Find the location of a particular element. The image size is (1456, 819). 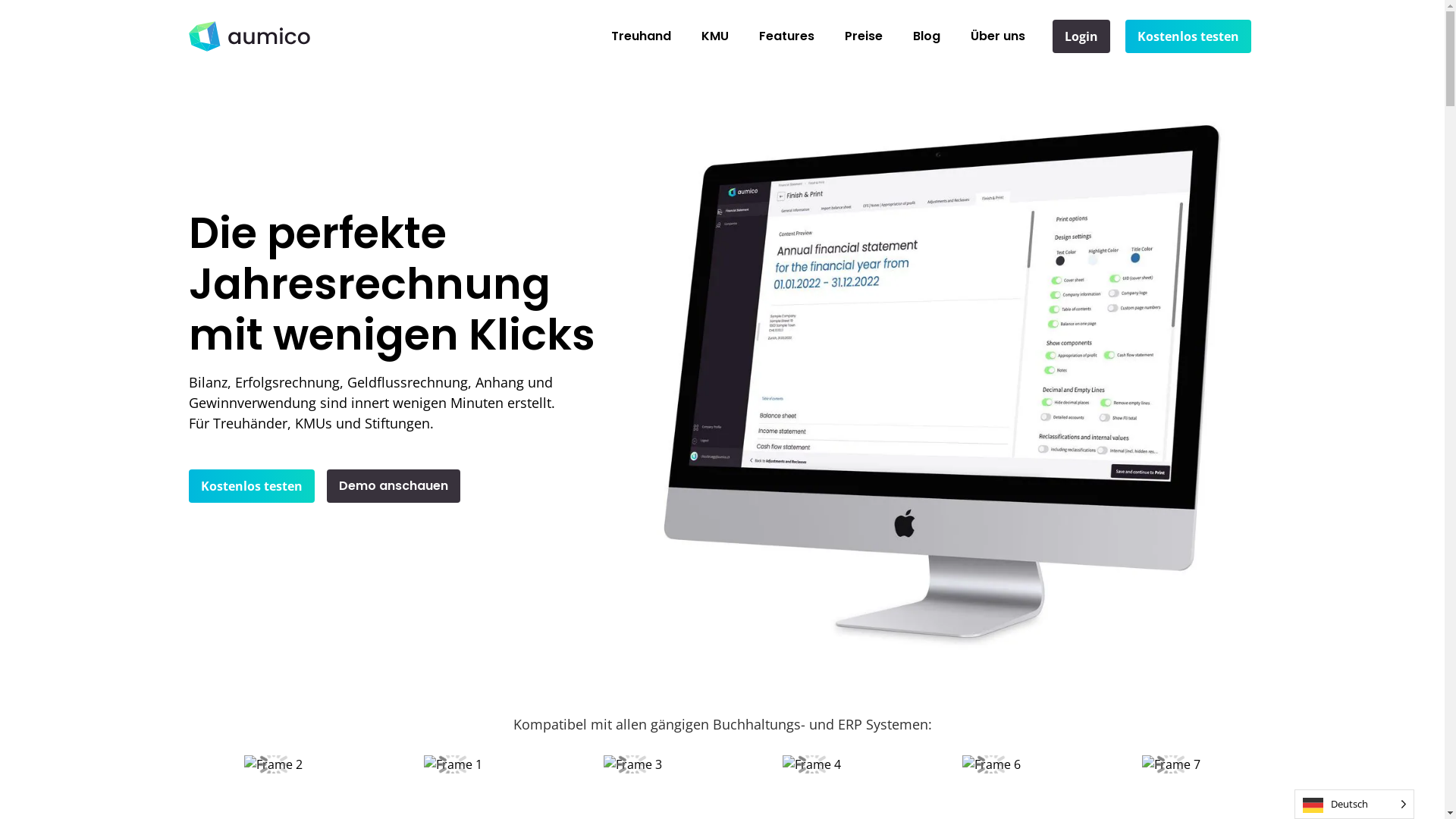

'Preise' is located at coordinates (863, 35).